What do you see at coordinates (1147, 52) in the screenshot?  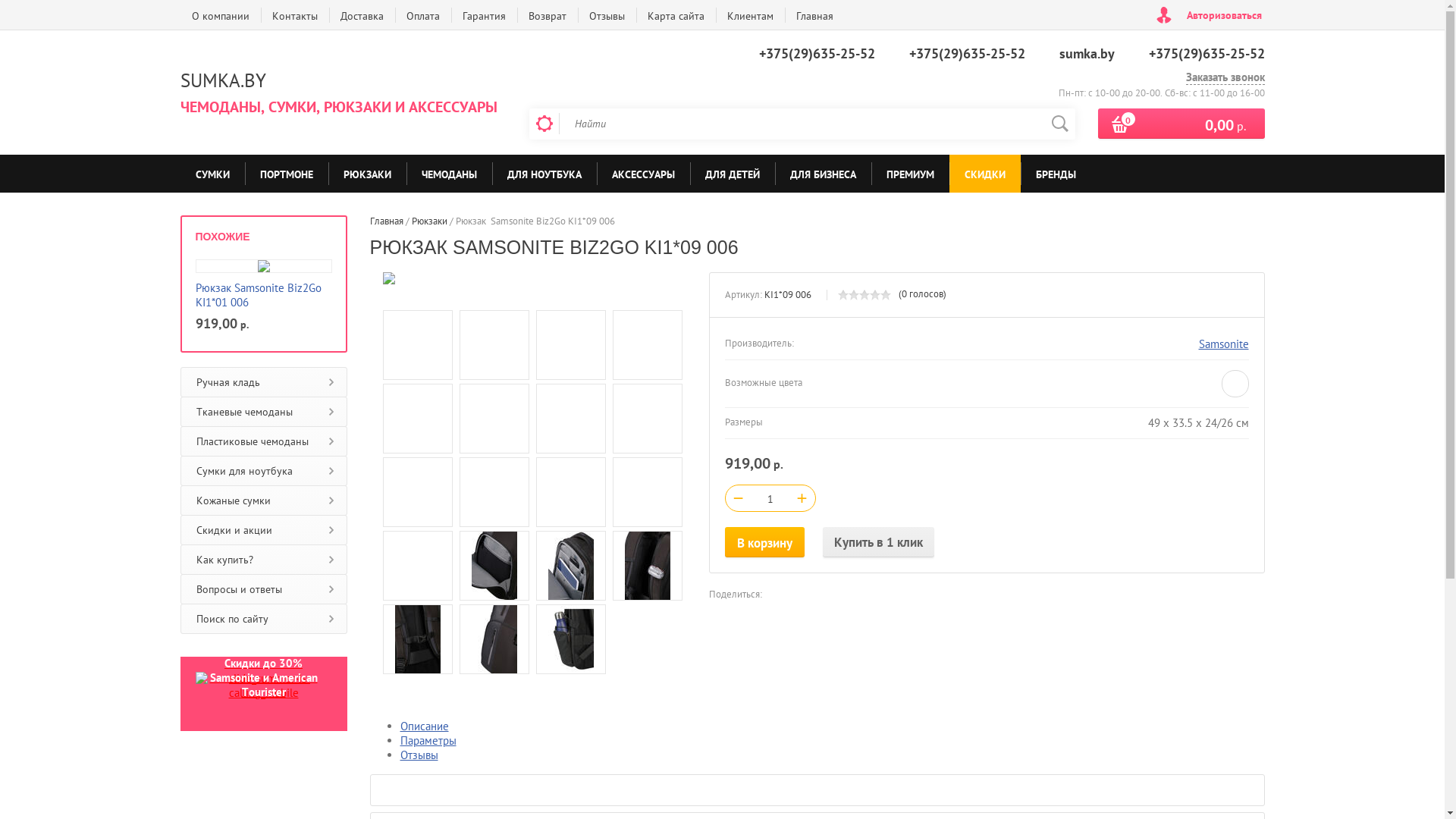 I see `'+375(29)635-25-52'` at bounding box center [1147, 52].